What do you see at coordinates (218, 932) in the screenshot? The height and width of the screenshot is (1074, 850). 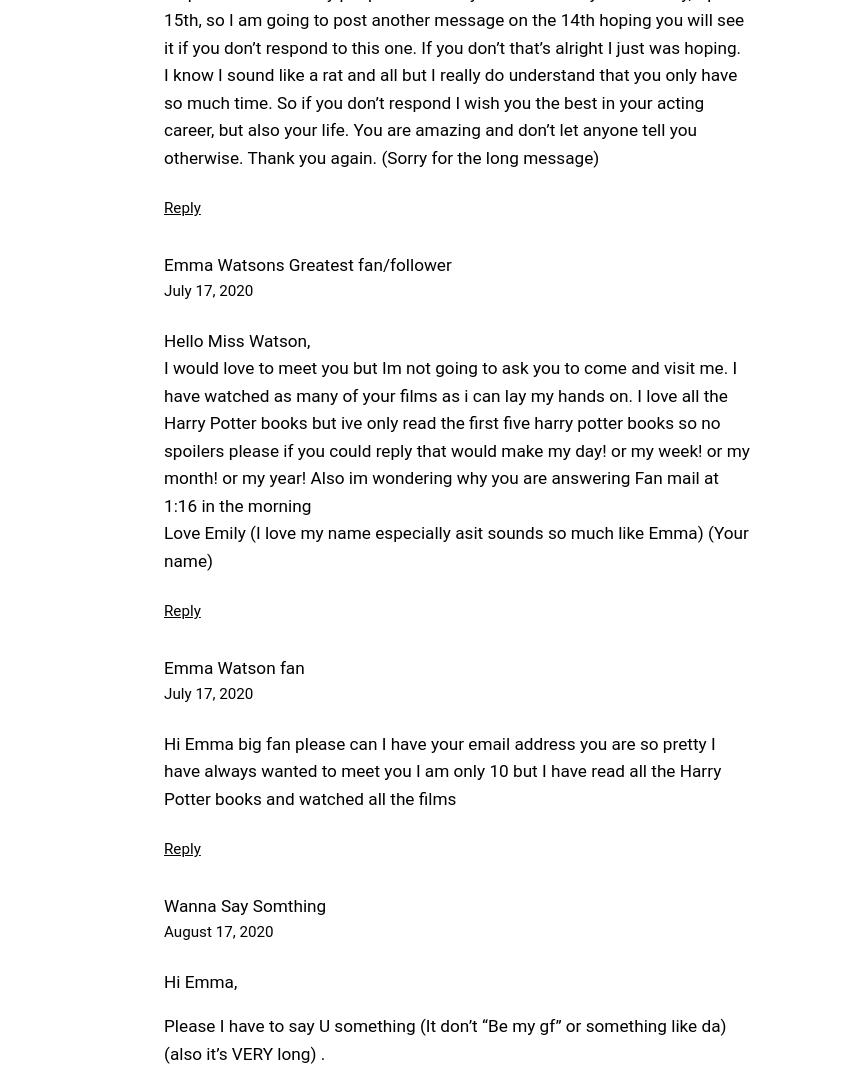 I see `'August 17, 2020'` at bounding box center [218, 932].